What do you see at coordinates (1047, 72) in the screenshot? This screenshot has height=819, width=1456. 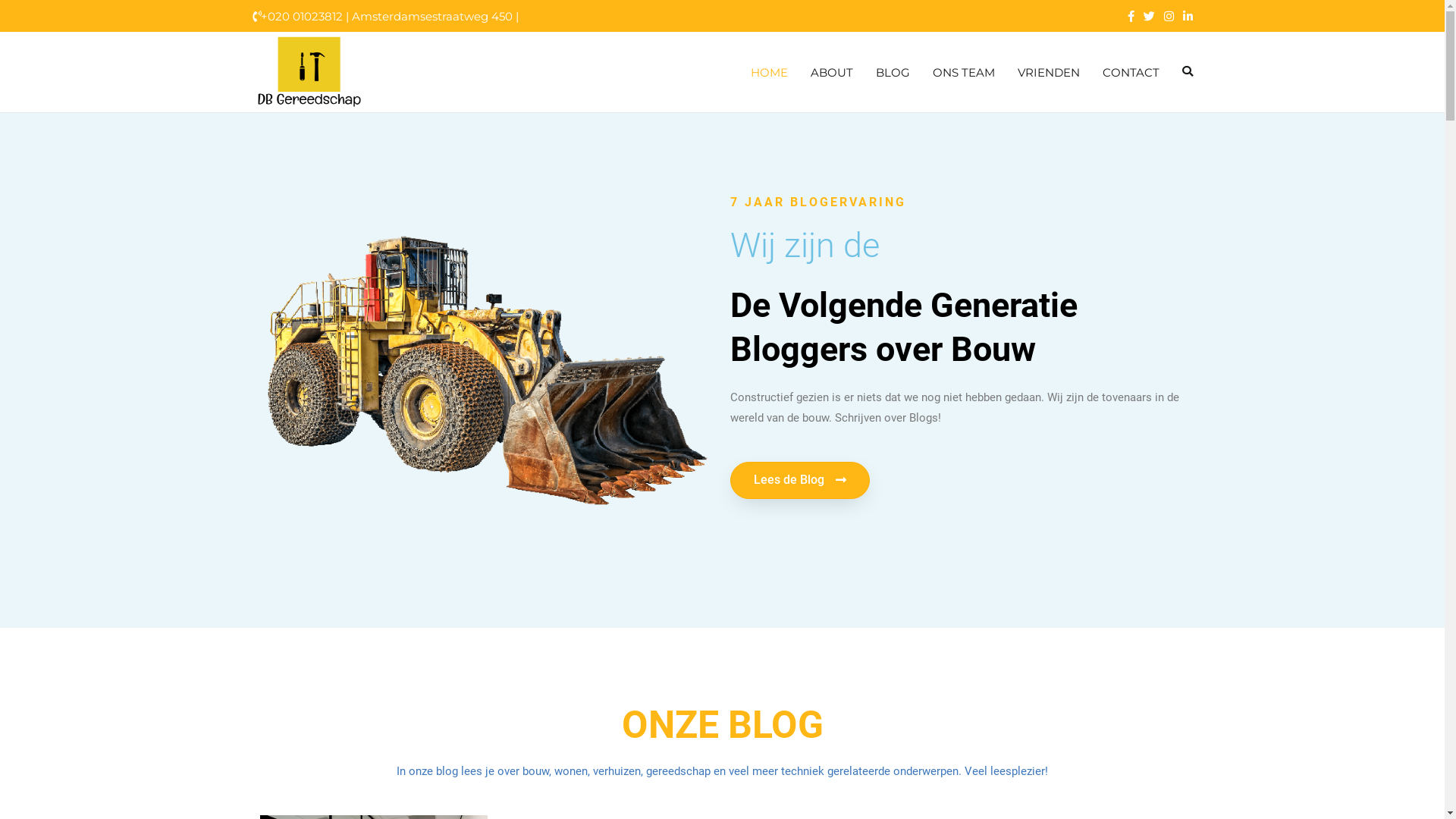 I see `'VRIENDEN'` at bounding box center [1047, 72].